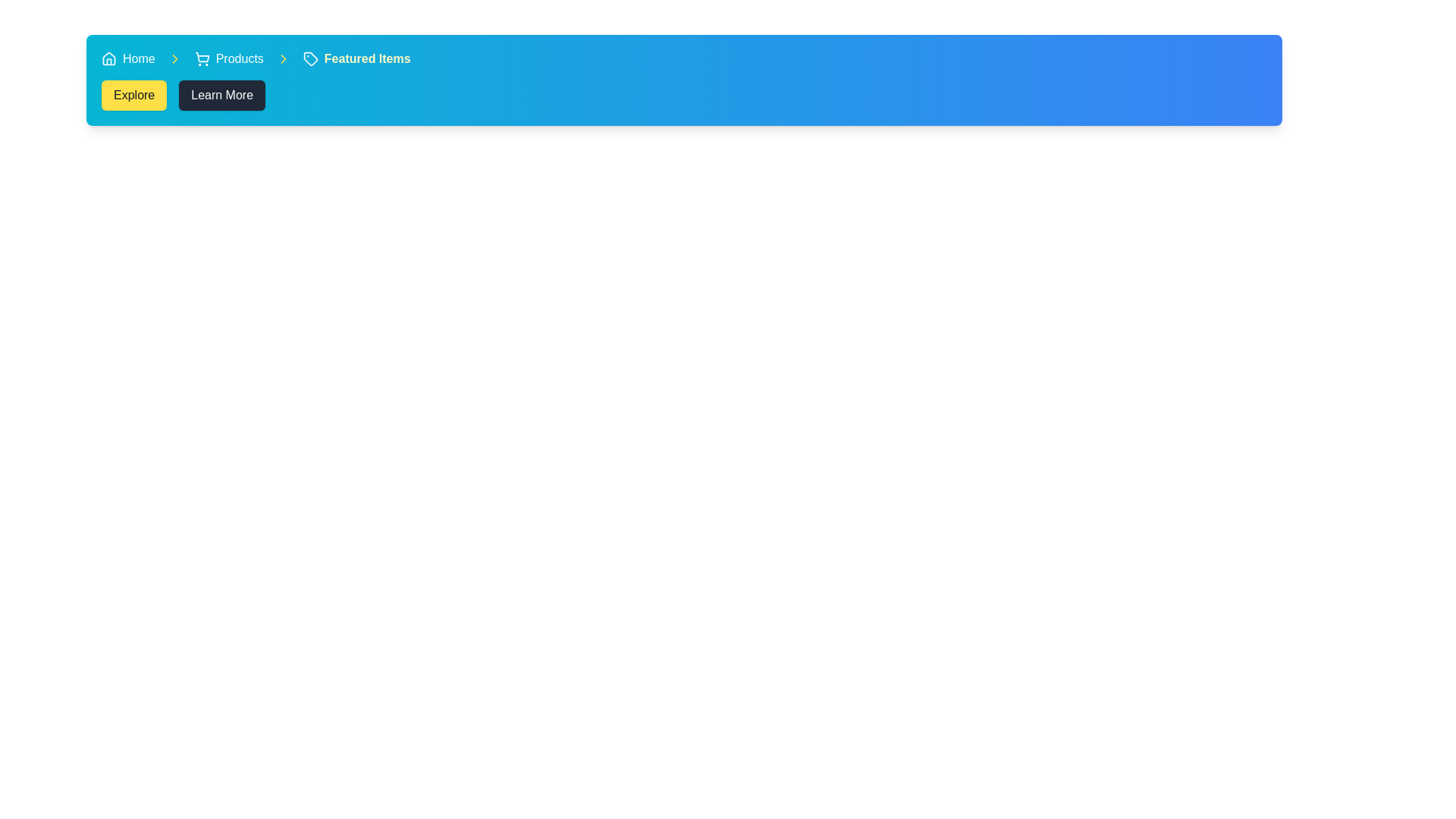  I want to click on the Chevron icon in the breadcrumb navigation bar, which separates 'Products' and 'Featured Items', to interact indirectly by clicking related breadcrumb text, so click(174, 58).